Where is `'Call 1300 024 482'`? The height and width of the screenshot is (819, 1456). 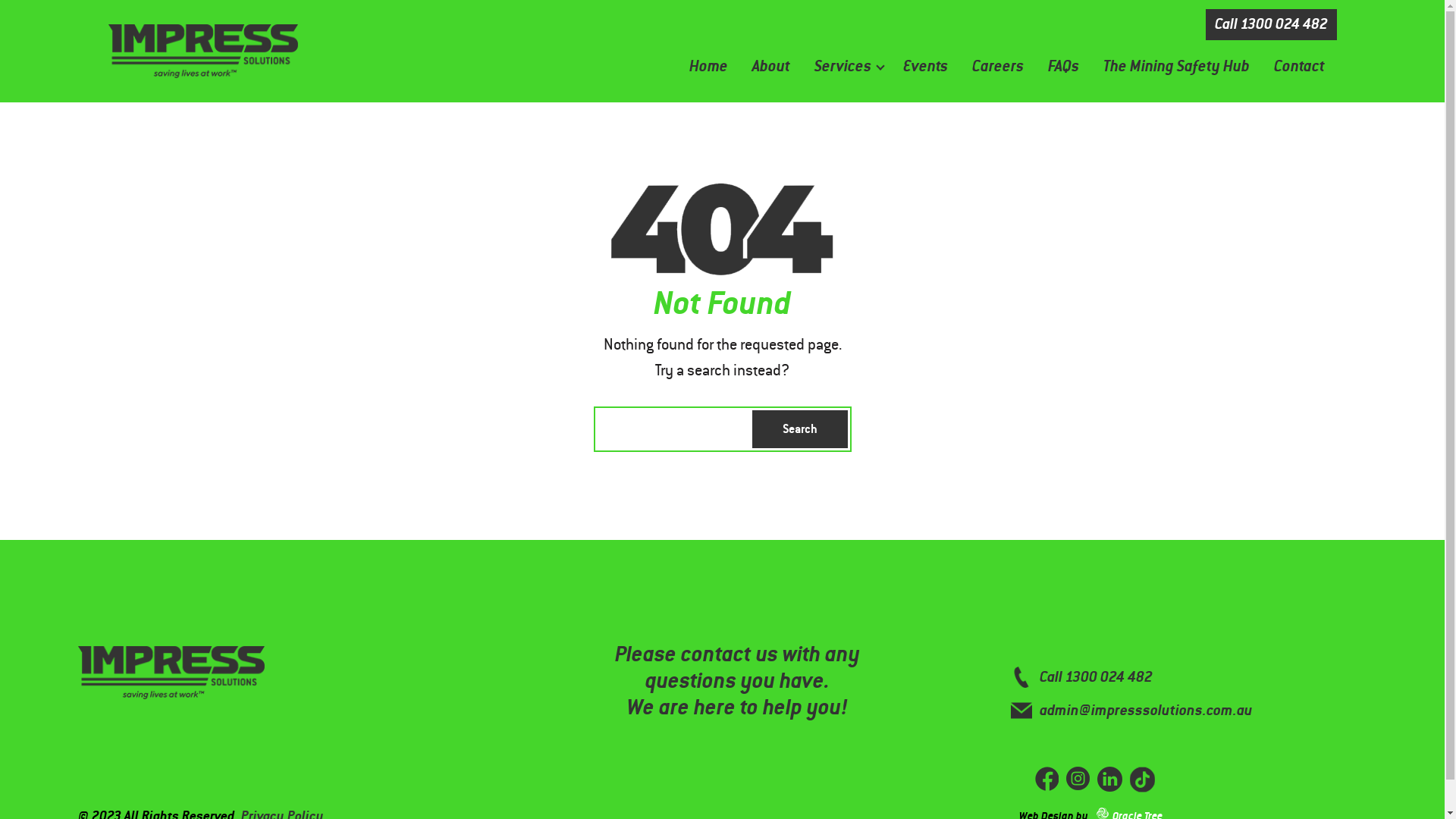
'Call 1300 024 482' is located at coordinates (1215, 24).